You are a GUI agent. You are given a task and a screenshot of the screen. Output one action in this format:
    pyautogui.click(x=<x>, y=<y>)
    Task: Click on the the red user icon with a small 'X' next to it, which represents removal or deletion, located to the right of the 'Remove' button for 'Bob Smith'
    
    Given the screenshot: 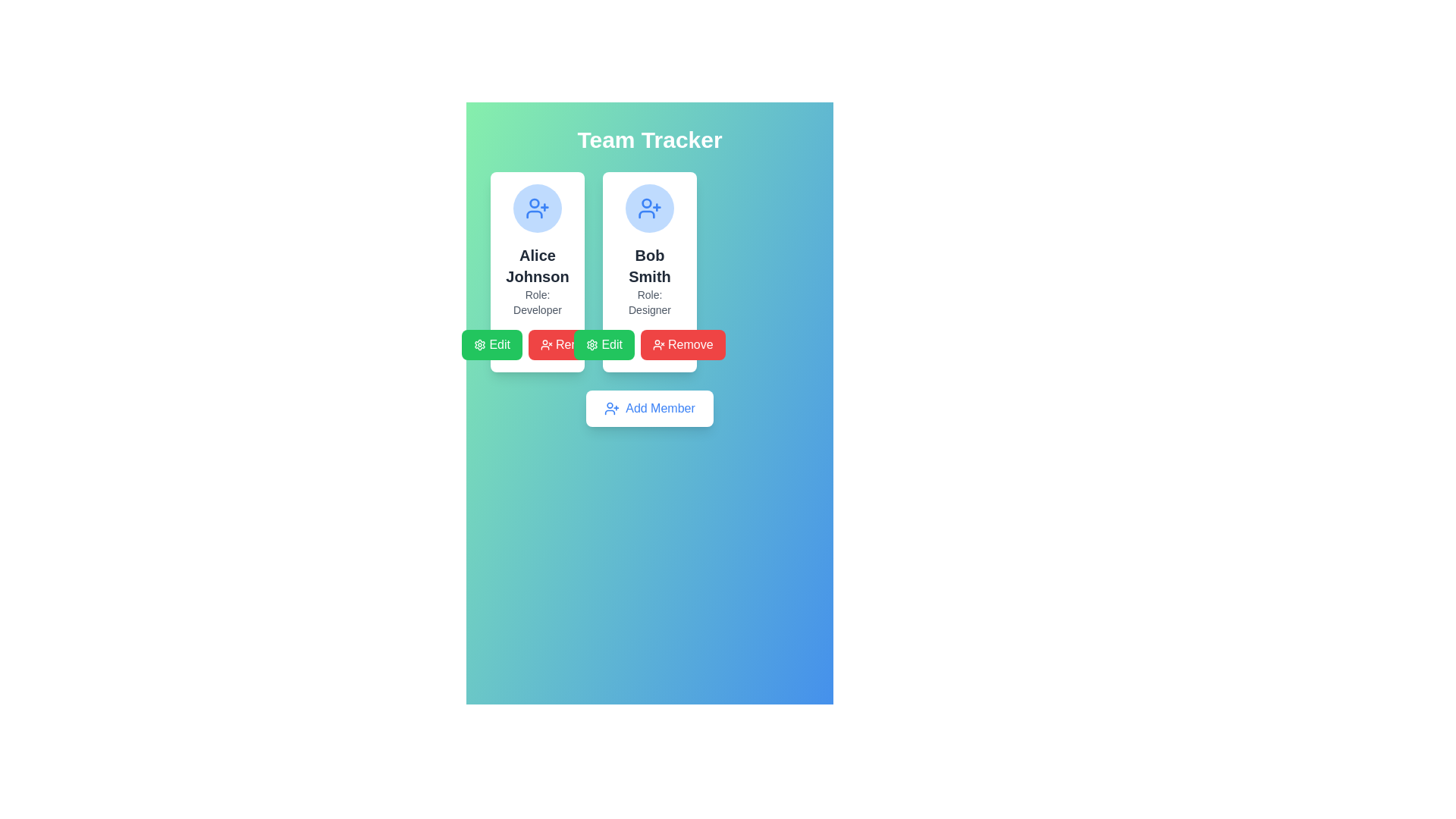 What is the action you would take?
    pyautogui.click(x=546, y=345)
    